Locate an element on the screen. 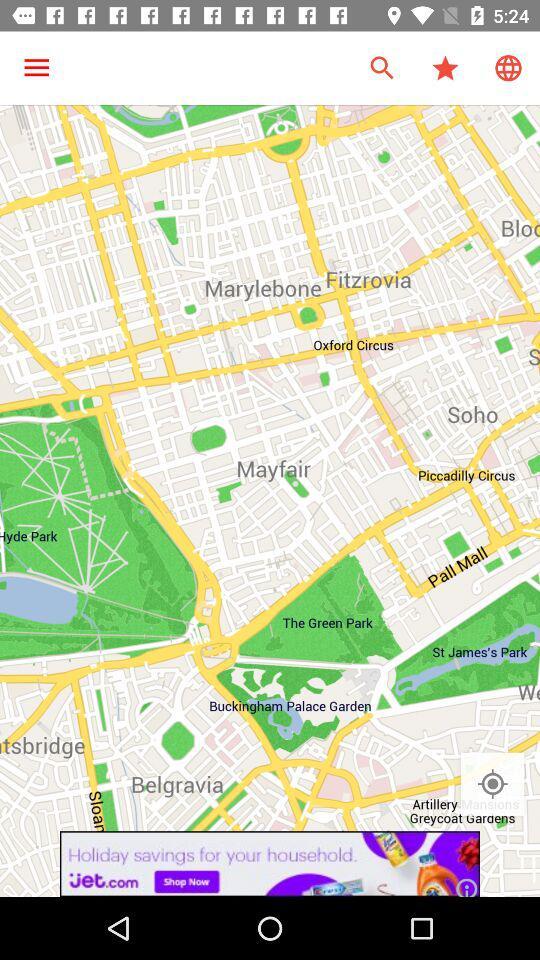 The height and width of the screenshot is (960, 540). turn on navigation is located at coordinates (491, 784).